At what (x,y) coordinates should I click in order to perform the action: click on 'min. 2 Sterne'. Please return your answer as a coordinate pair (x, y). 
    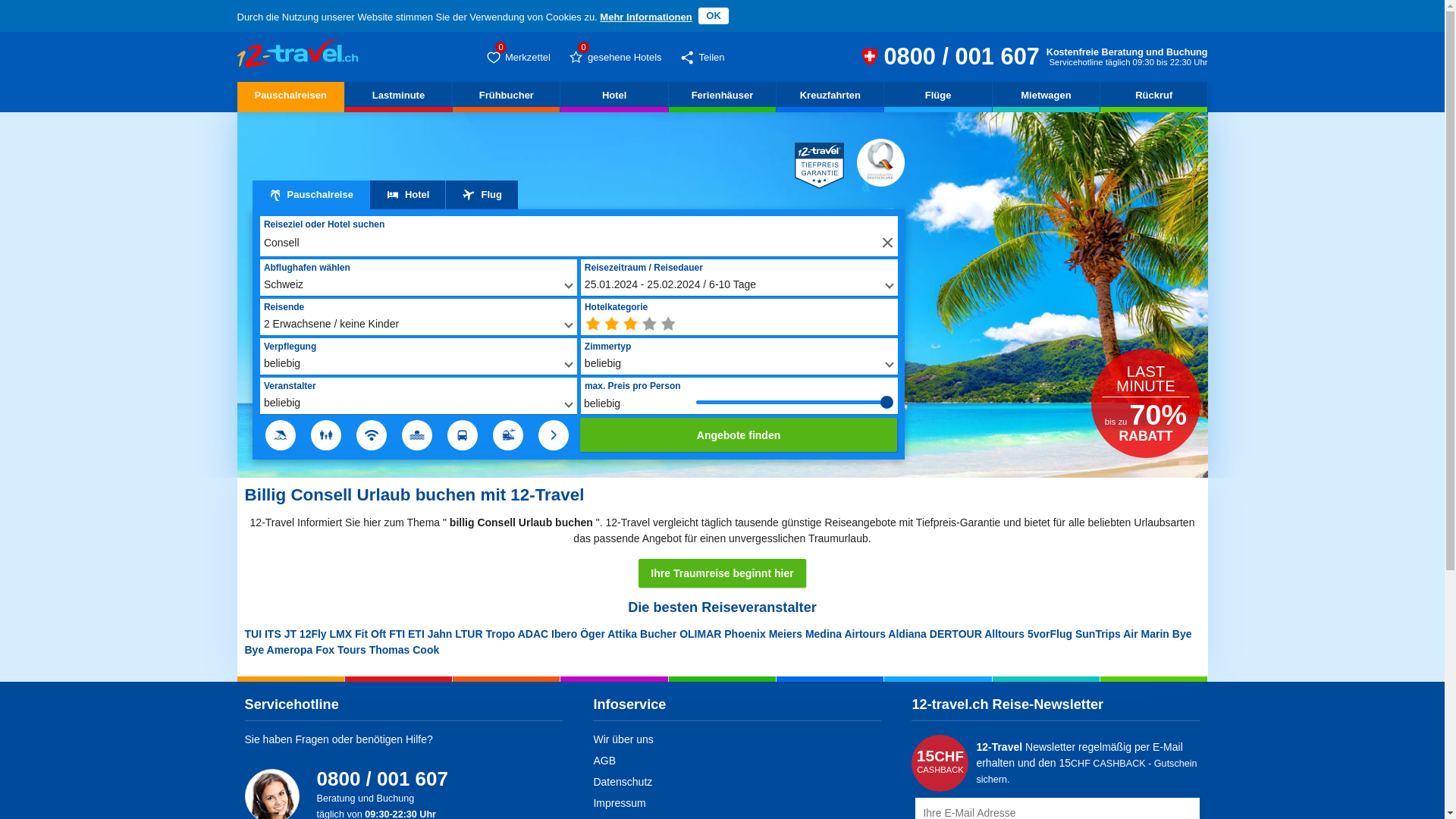
    Looking at the image, I should click on (614, 325).